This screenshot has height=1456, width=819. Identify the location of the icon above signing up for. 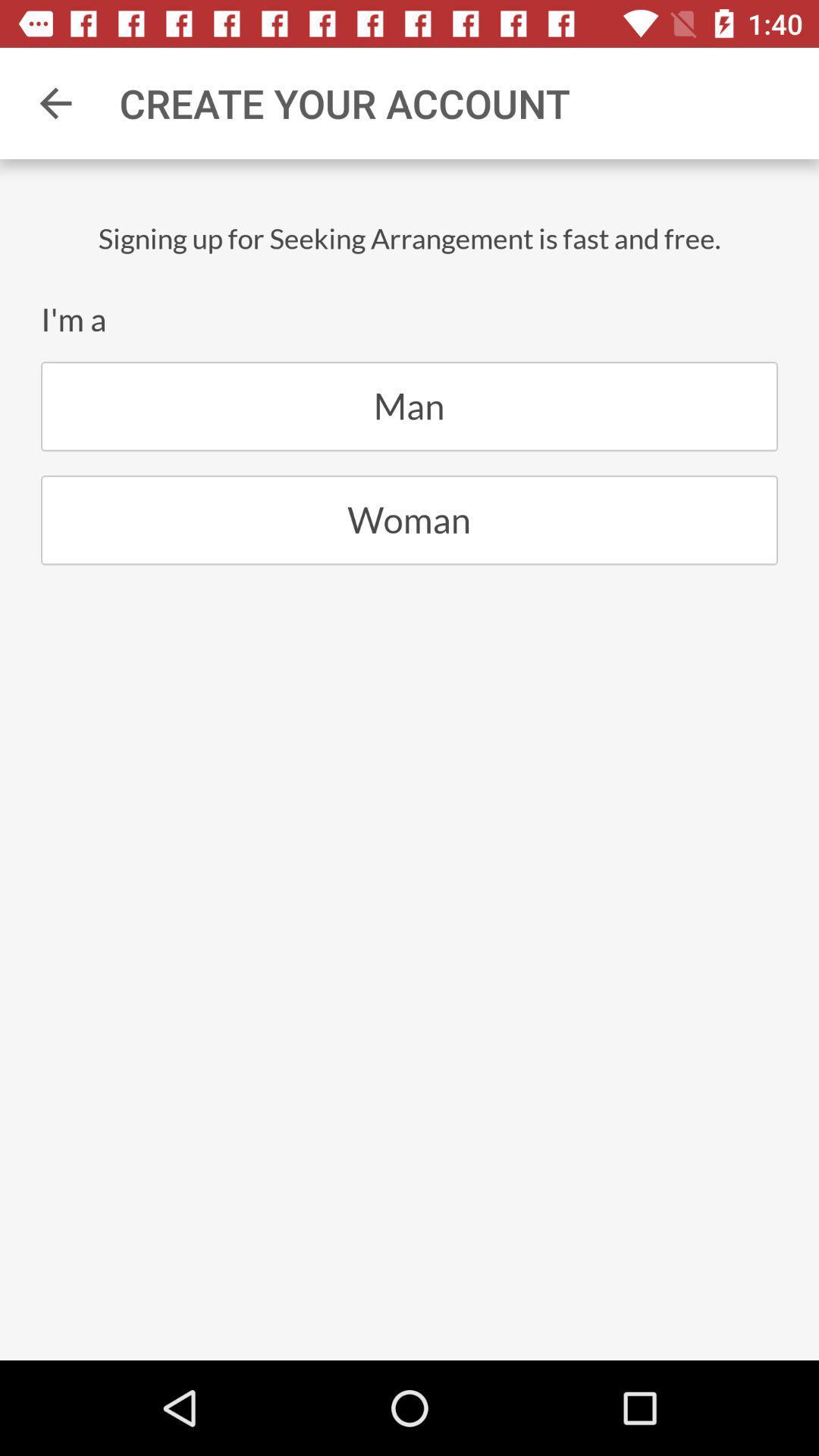
(55, 102).